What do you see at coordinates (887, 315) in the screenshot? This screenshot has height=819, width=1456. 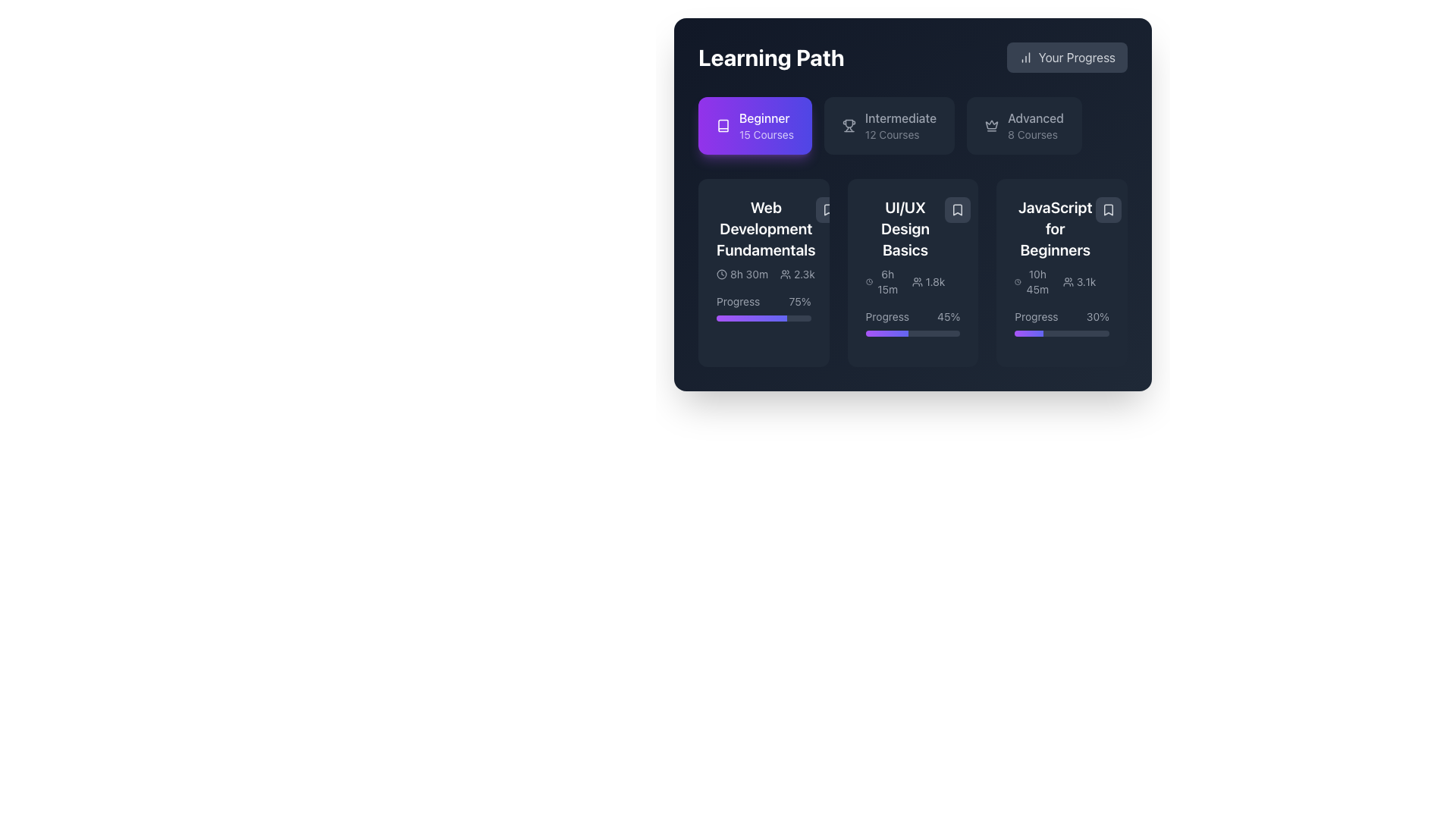 I see `text from the Text Label indicating the purpose of the progress bar in the 'UI/UX Design Basics' course card, positioned to the left of the percentage value` at bounding box center [887, 315].